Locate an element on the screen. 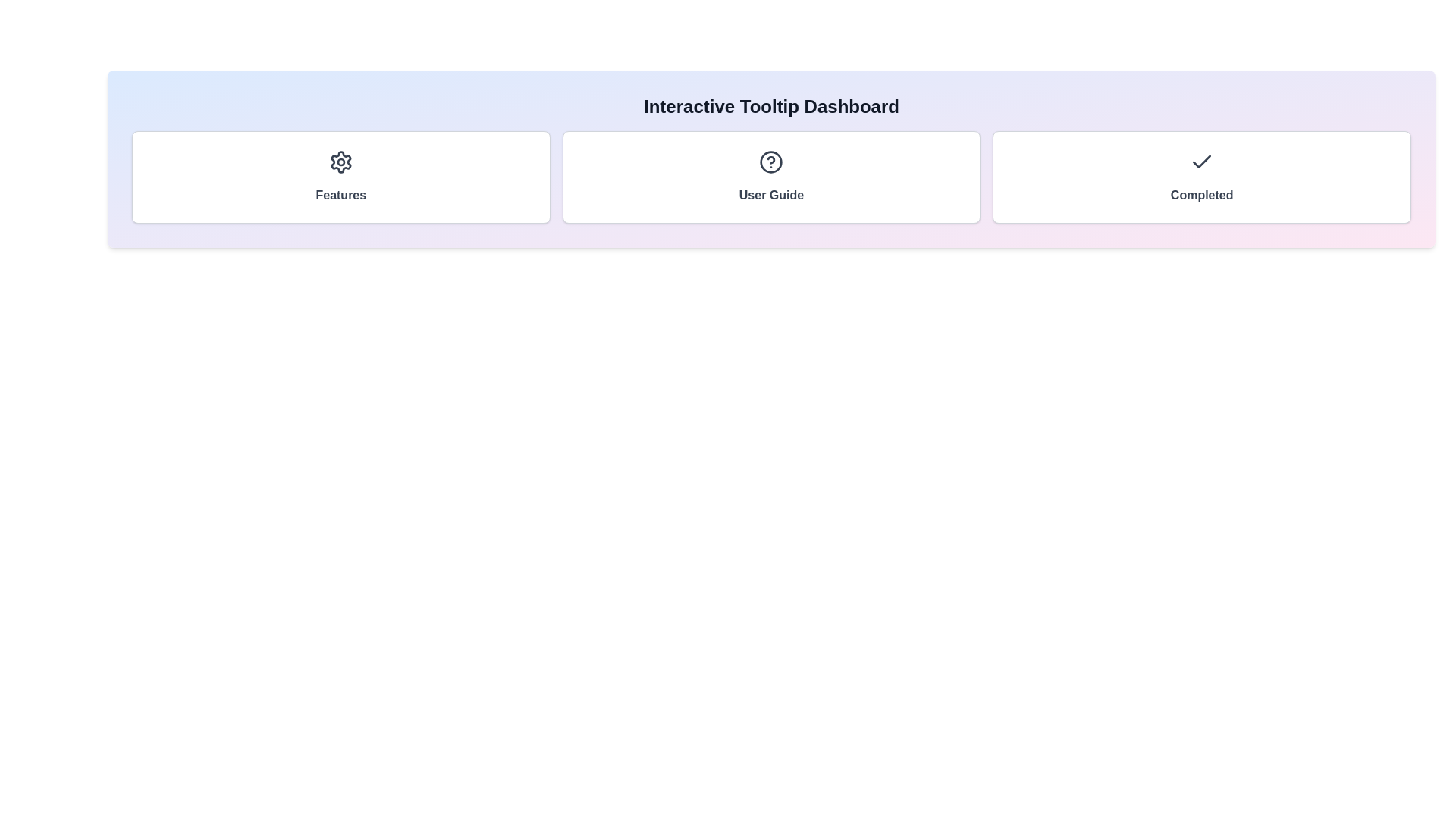  the second clickable card in the horizontally aligned group is located at coordinates (771, 177).